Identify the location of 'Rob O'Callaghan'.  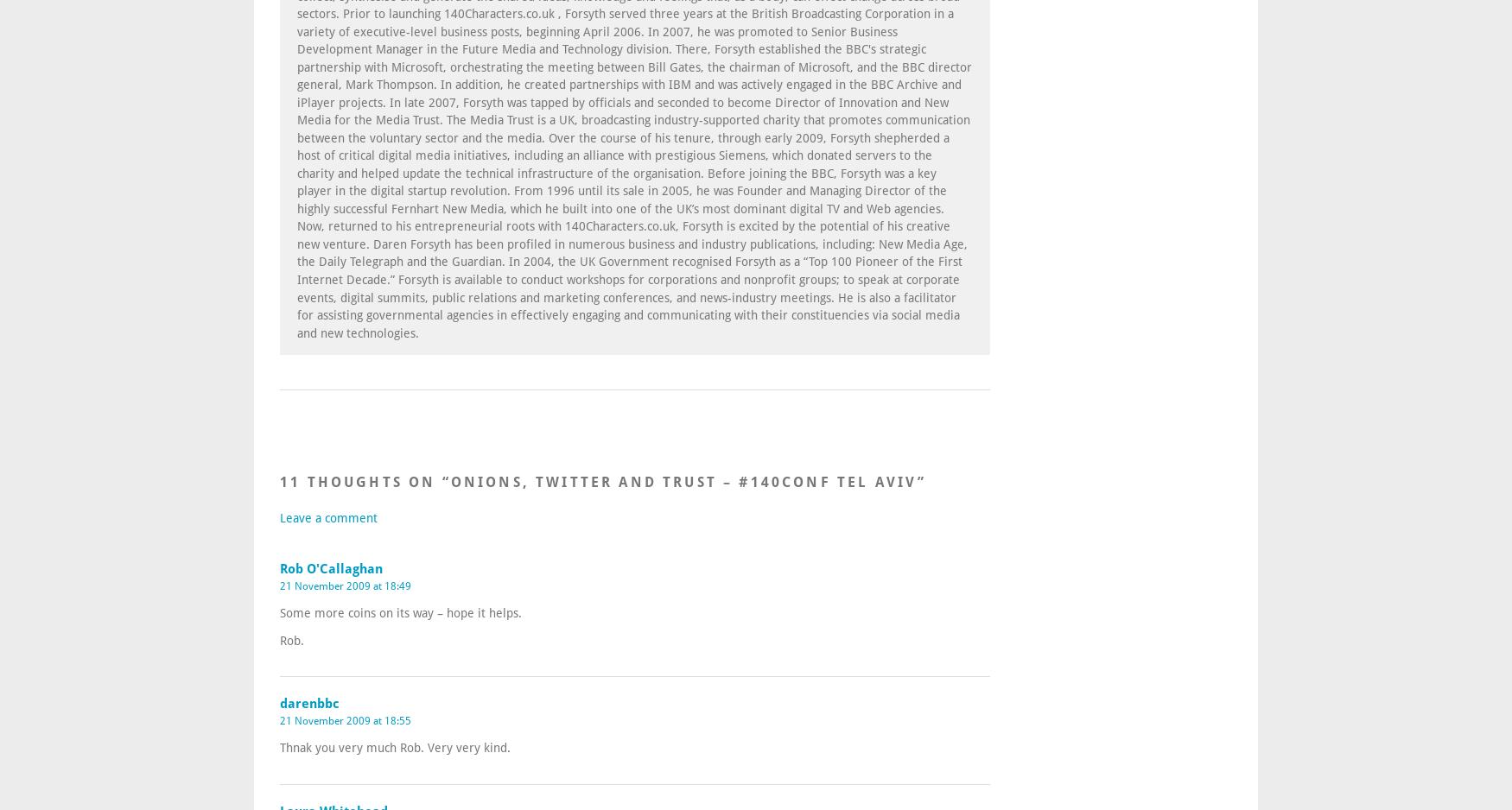
(330, 568).